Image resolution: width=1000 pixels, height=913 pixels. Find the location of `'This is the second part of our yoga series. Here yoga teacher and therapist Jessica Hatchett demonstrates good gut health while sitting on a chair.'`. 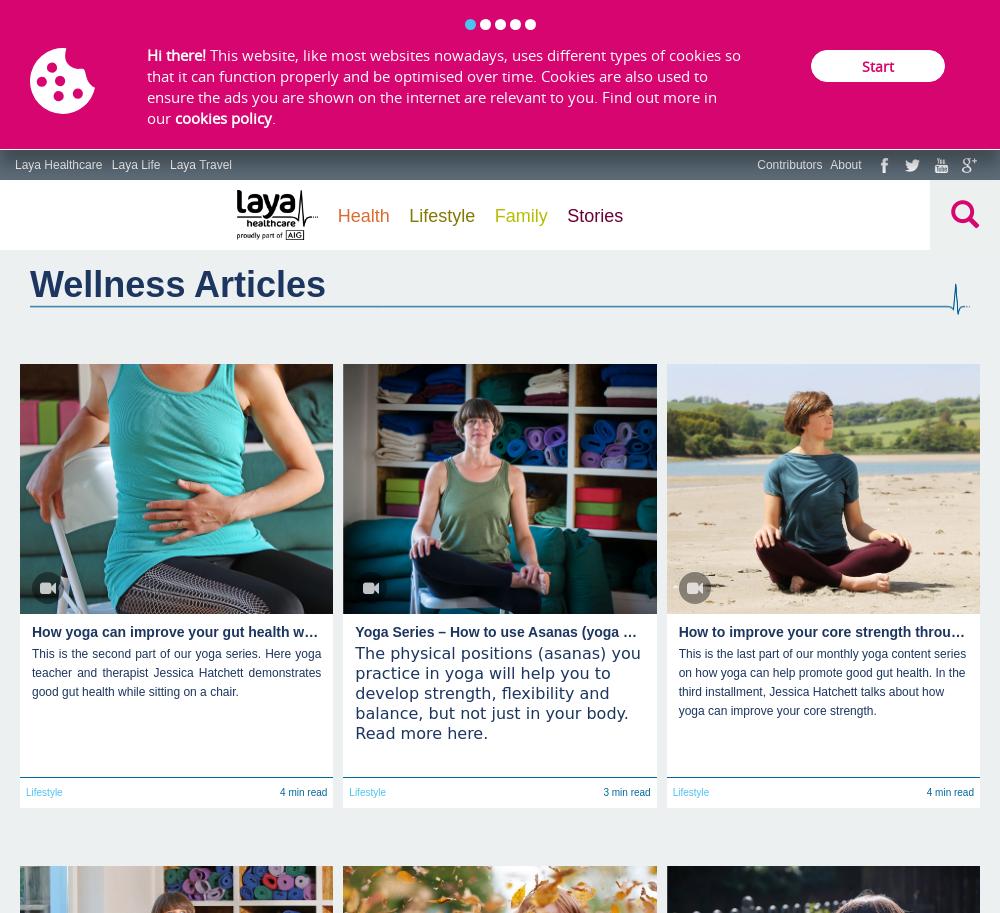

'This is the second part of our yoga series. Here yoga teacher and therapist Jessica Hatchett demonstrates good gut health while sitting on a chair.' is located at coordinates (176, 672).